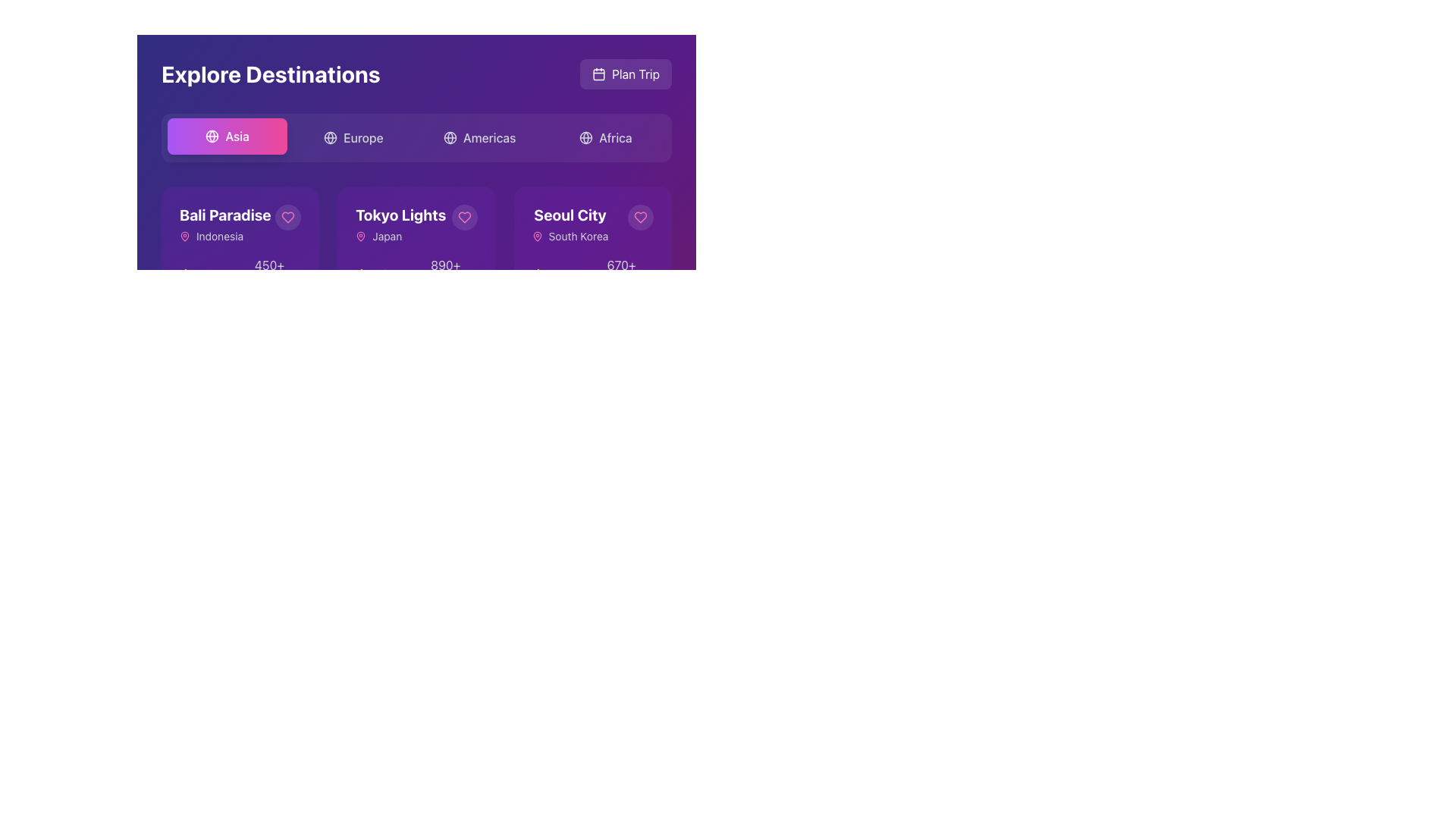 This screenshot has width=1456, height=819. I want to click on the Rating summary element displaying the rating and traveler count for the destination 'Seoul City South Korea', which is located below the title and above the features section, so click(591, 275).